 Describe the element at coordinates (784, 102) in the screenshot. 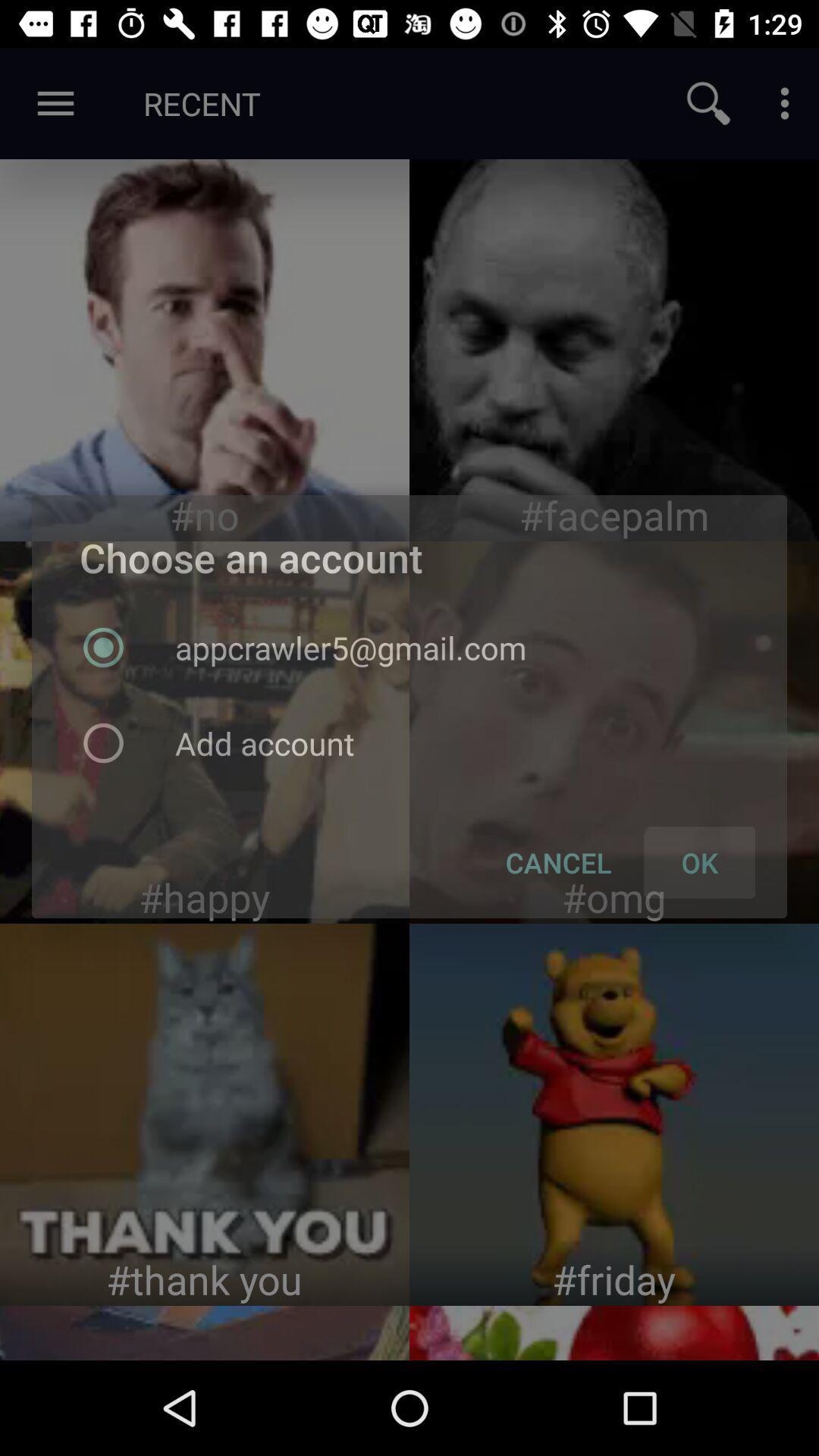

I see `options` at that location.